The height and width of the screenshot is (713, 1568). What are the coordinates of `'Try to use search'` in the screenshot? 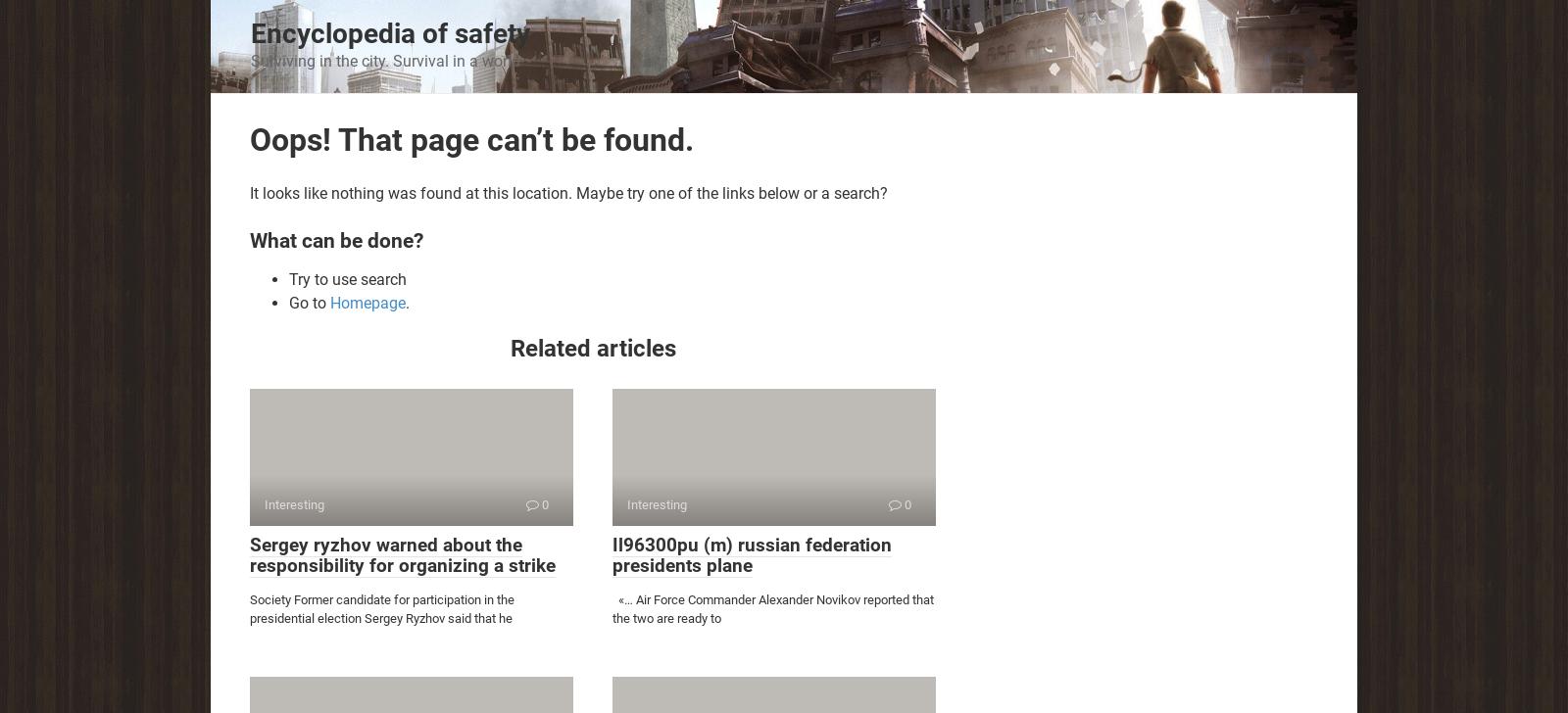 It's located at (289, 278).